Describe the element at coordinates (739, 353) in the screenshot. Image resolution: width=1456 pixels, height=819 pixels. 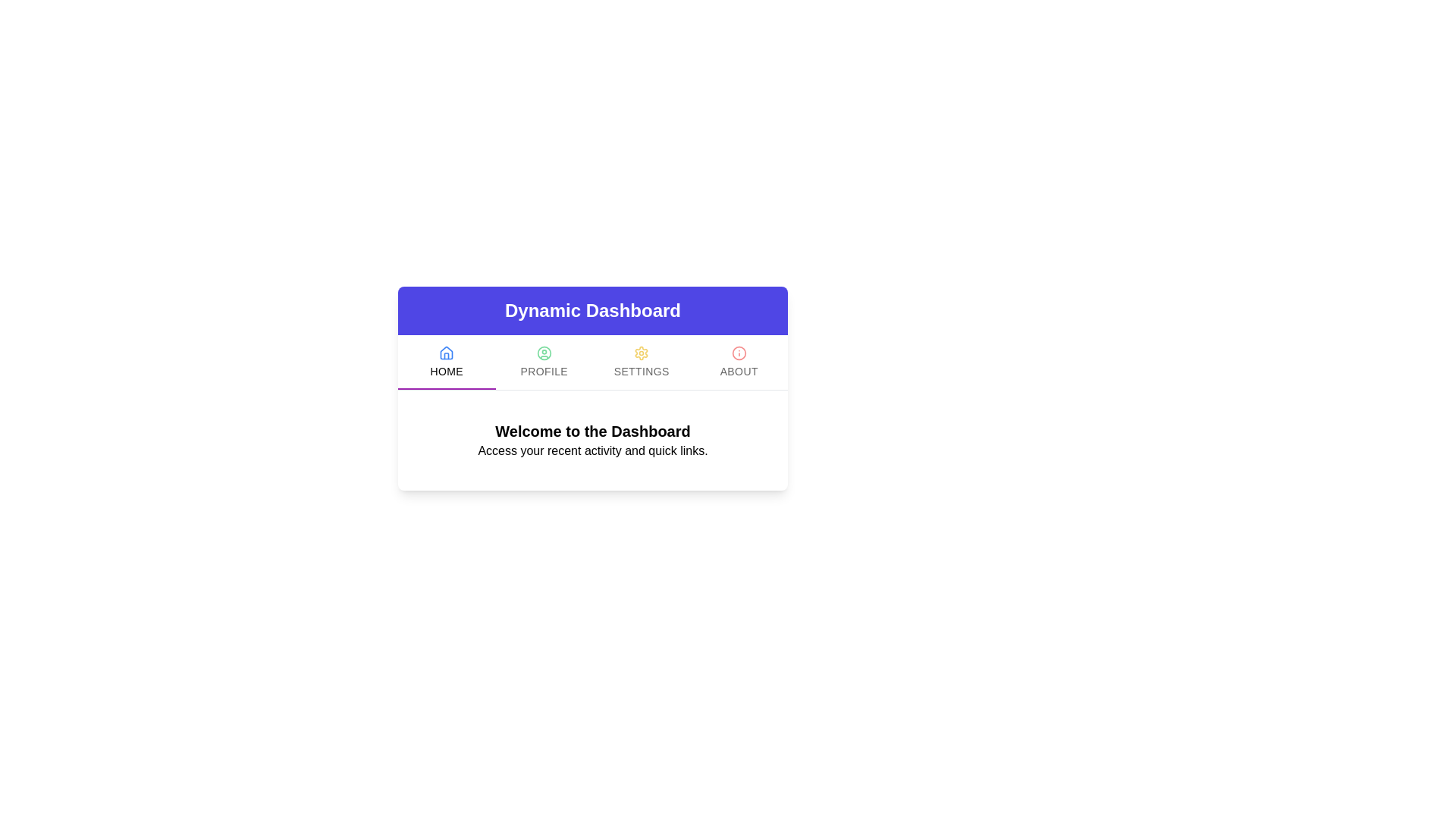
I see `the 'About' icon located in the top-right corner of the navigation bar, next to the 'Home', 'Profile', and 'Settings' icons` at that location.